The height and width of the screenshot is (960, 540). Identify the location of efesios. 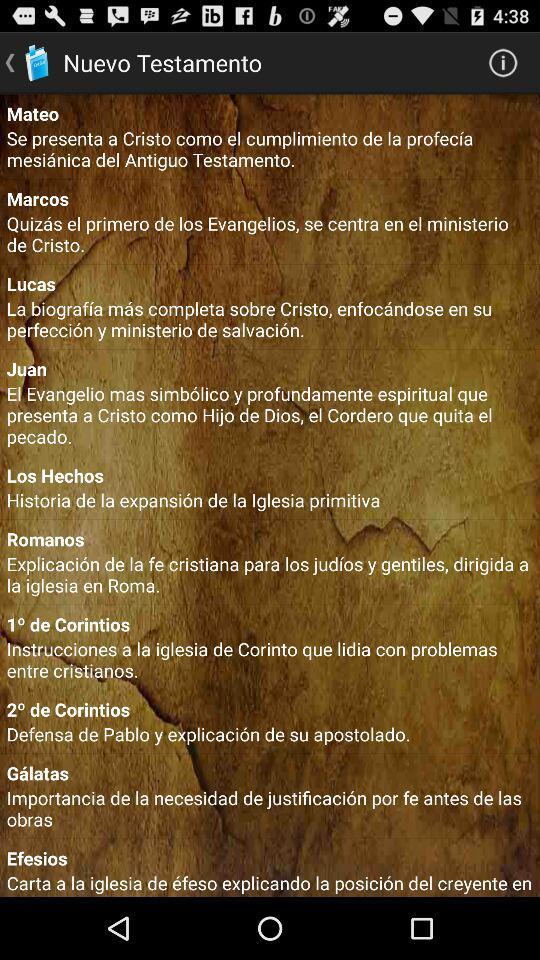
(270, 857).